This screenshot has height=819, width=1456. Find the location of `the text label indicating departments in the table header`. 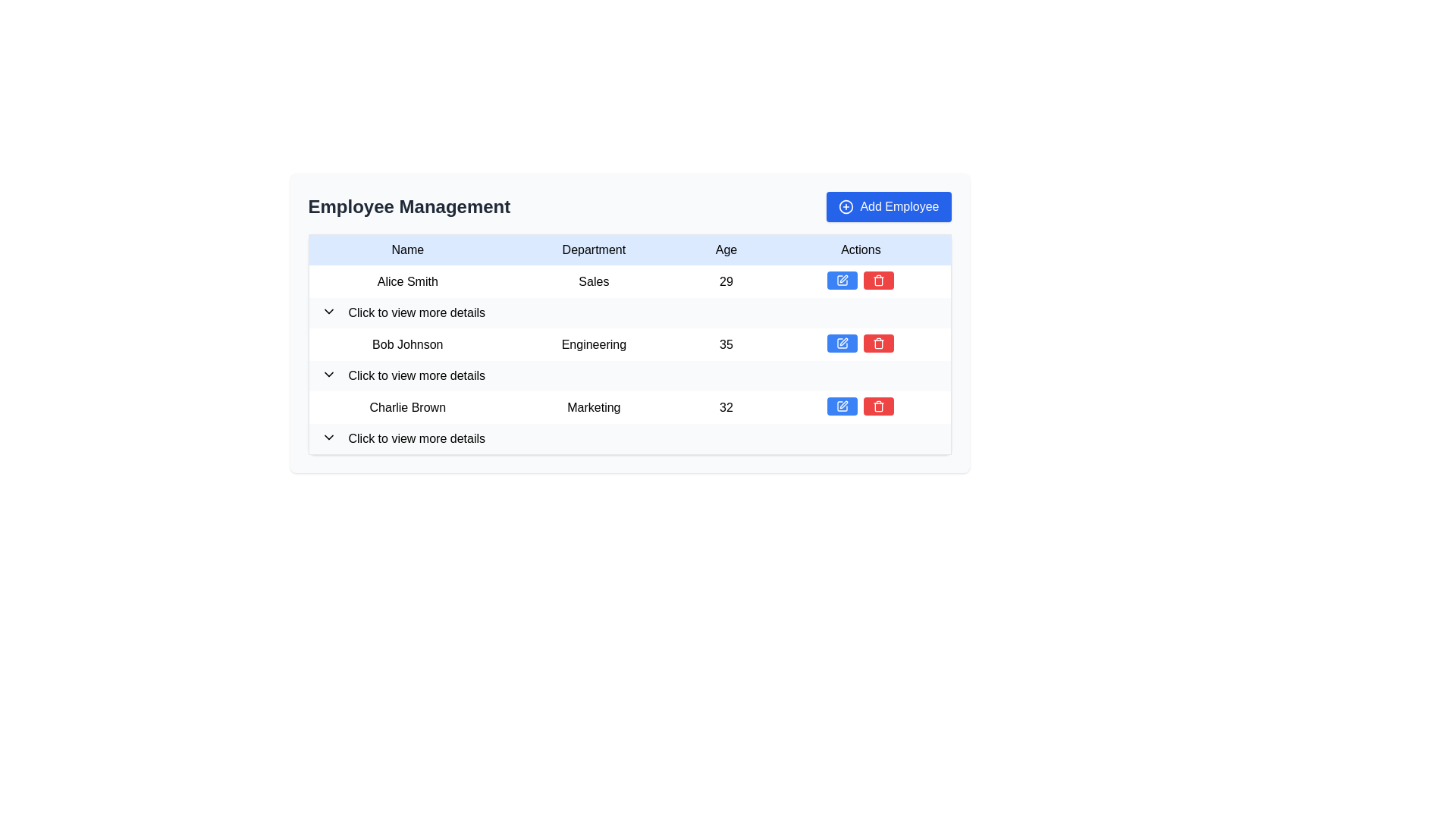

the text label indicating departments in the table header is located at coordinates (593, 249).